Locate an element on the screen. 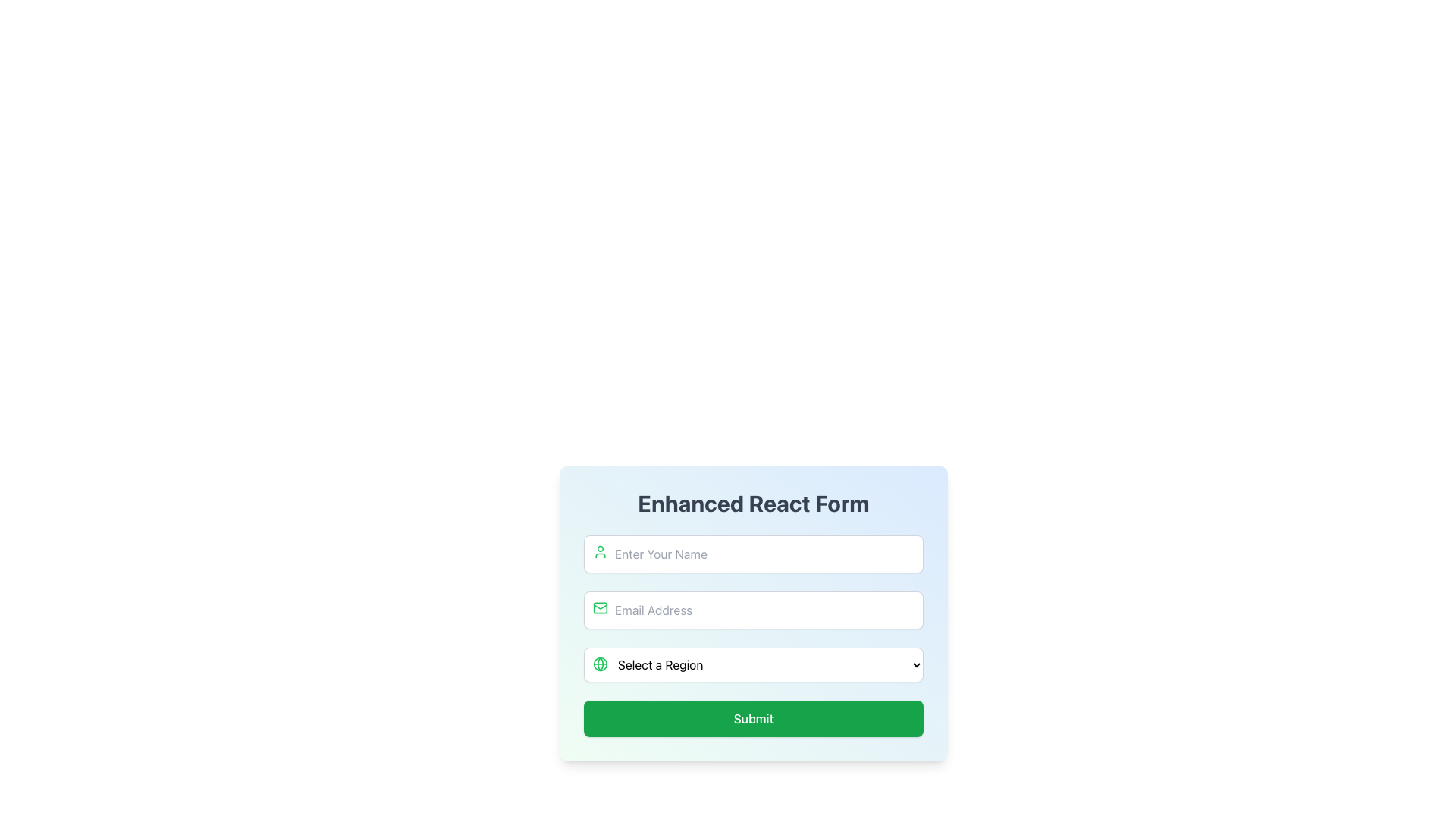 The width and height of the screenshot is (1456, 819). the green circle located at the center of the globe icon, which is positioned to the left of the 'Select a Region' dropdown field is located at coordinates (600, 663).